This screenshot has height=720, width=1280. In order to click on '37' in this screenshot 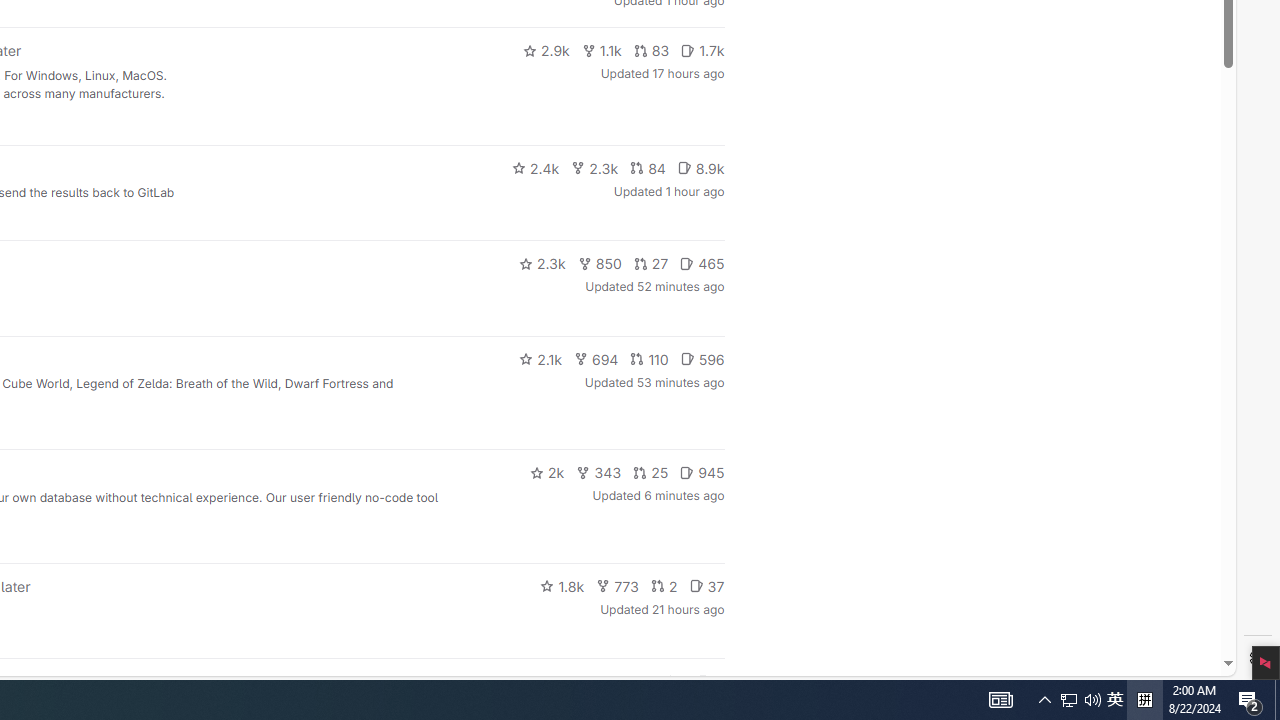, I will do `click(706, 585)`.